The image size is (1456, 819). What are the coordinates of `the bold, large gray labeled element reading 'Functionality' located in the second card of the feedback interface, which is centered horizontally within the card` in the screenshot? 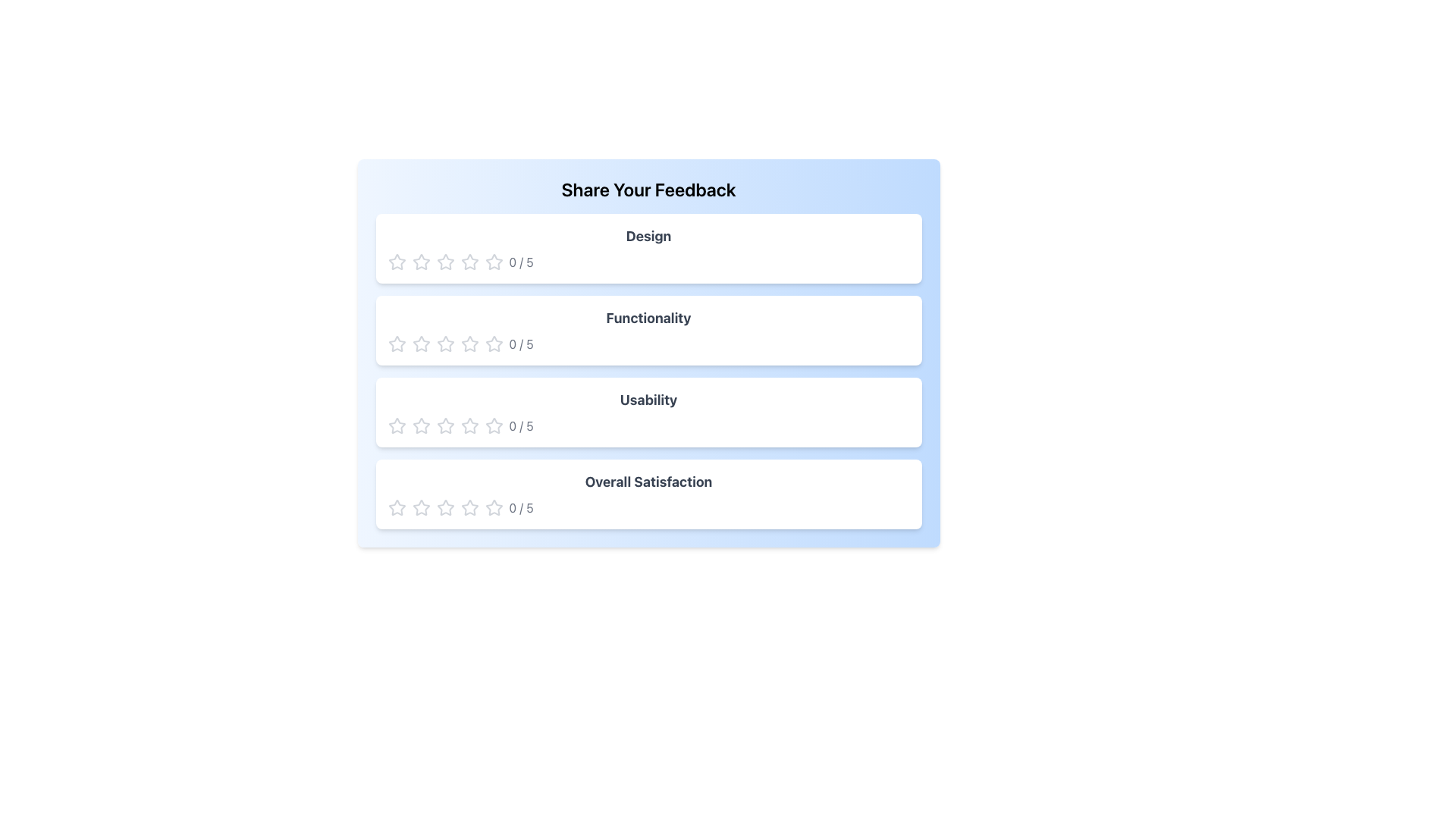 It's located at (648, 318).